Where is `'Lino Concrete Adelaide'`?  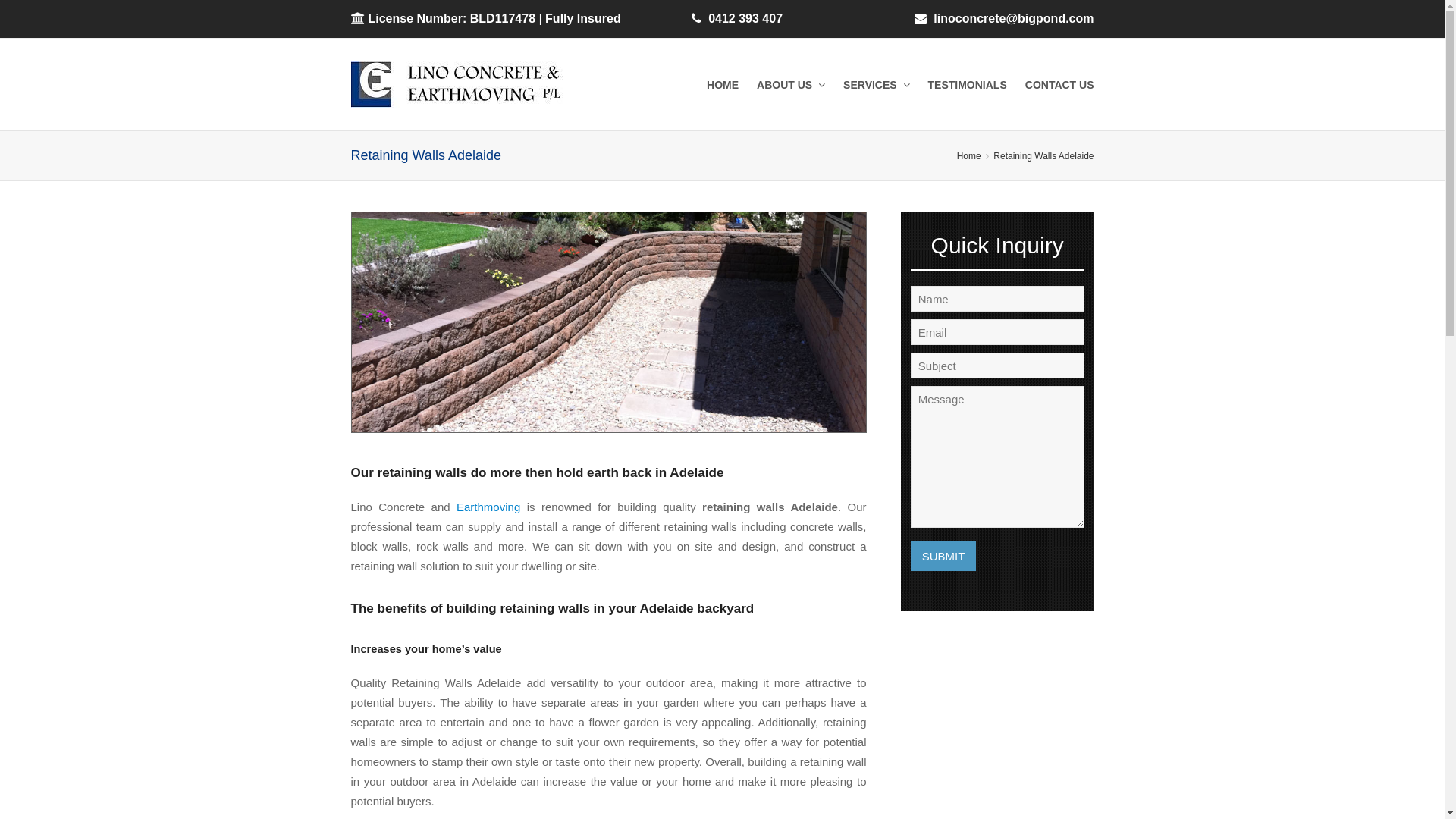 'Lino Concrete Adelaide' is located at coordinates (469, 84).